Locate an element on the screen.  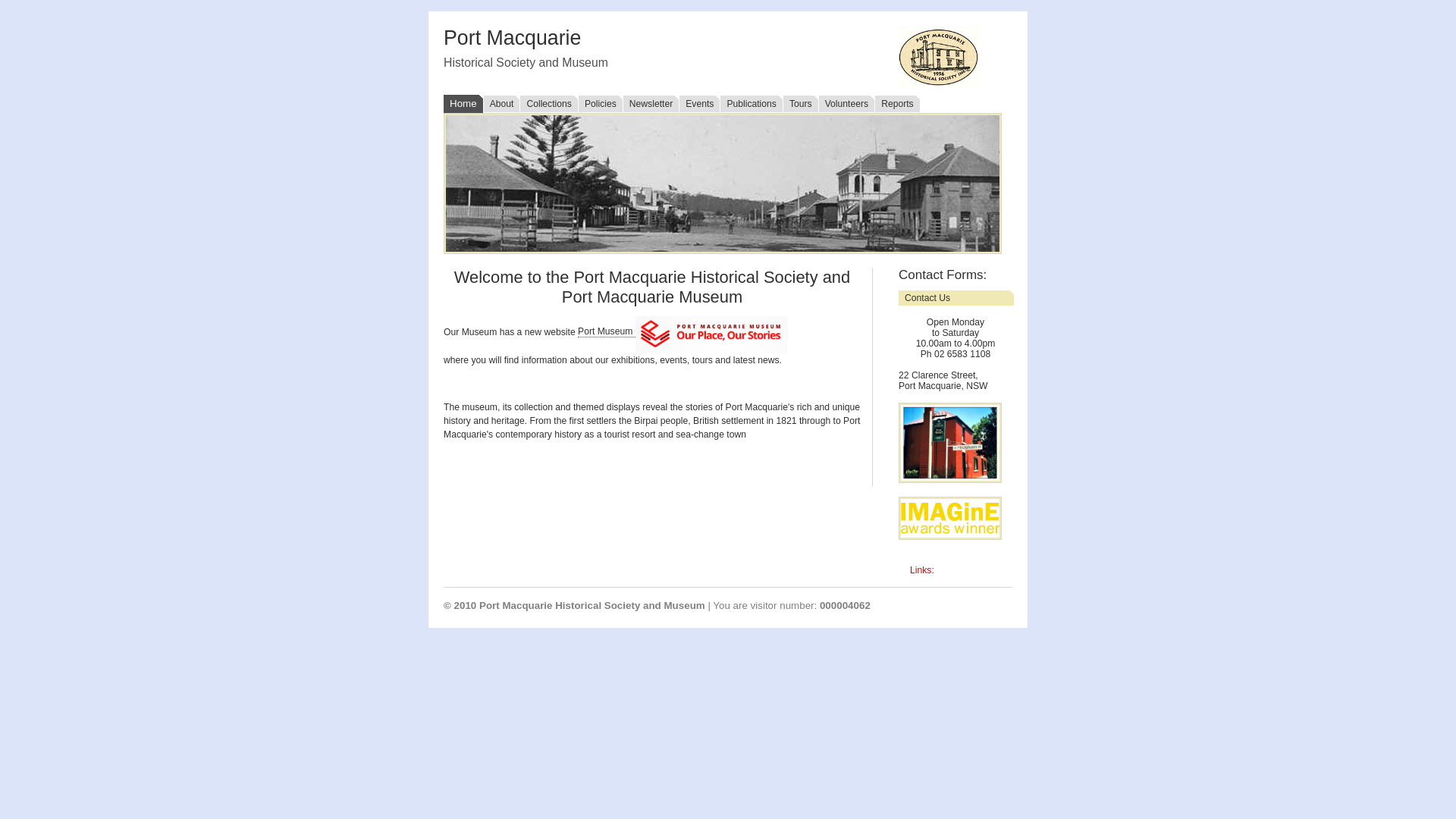
'Newsletter' is located at coordinates (651, 103).